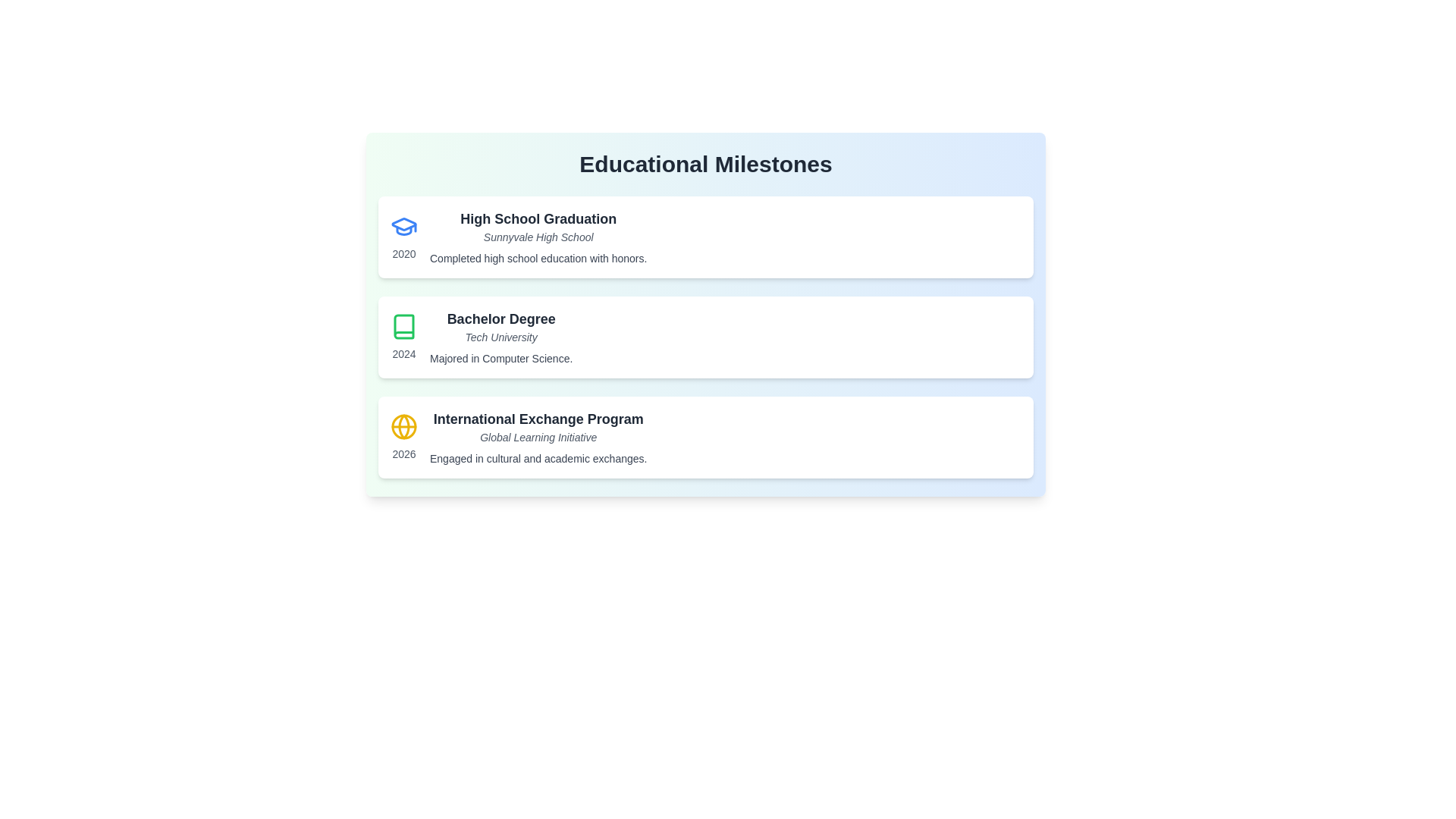 Image resolution: width=1456 pixels, height=819 pixels. I want to click on the heading text 'Bachelor Degree', which is styled with a bold font and dark gray color, located in the second educational milestones card from the top, so click(501, 318).